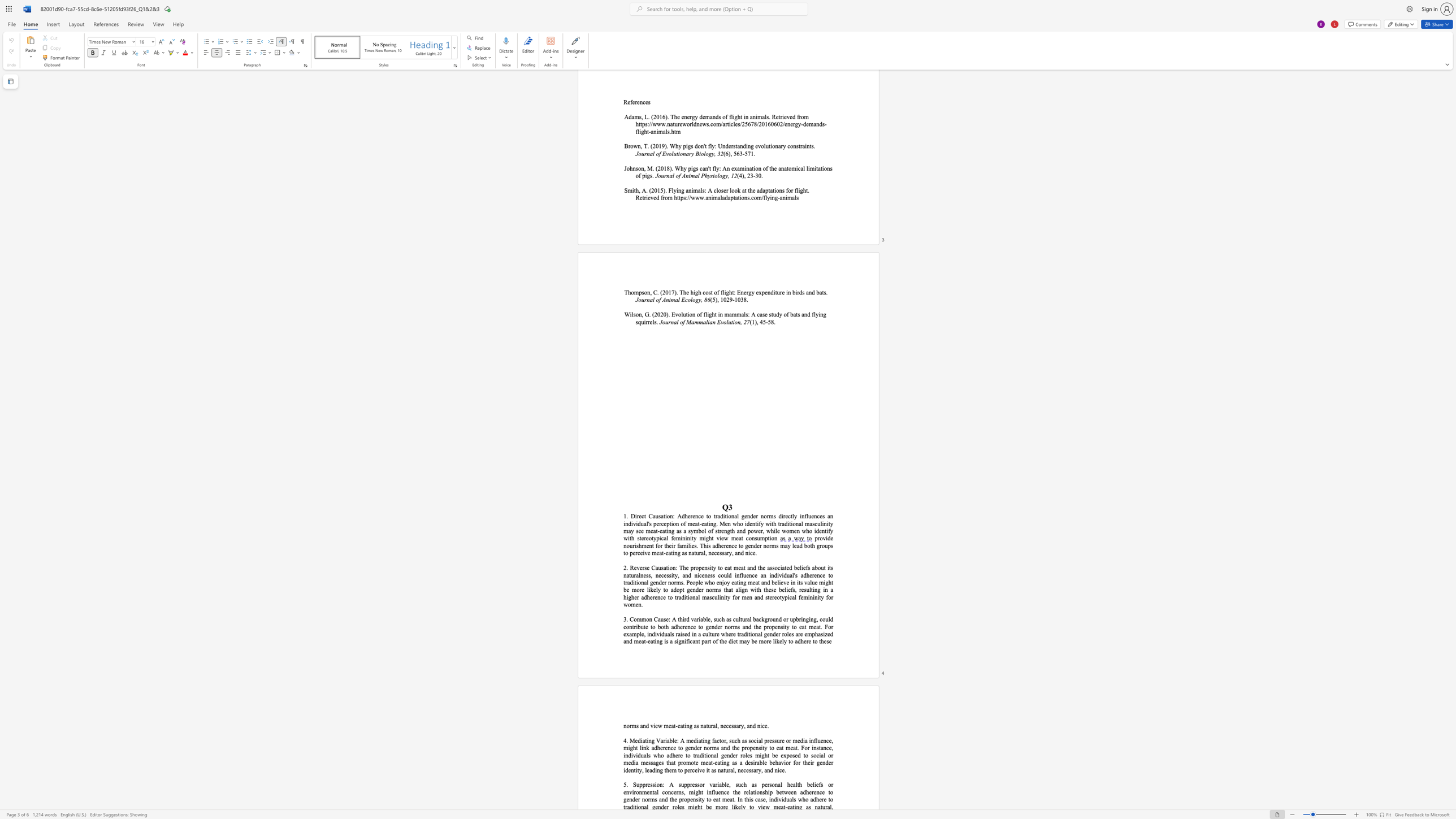 Image resolution: width=1456 pixels, height=819 pixels. I want to click on the subset text "omm" within the text "3. Common Caus", so click(633, 619).